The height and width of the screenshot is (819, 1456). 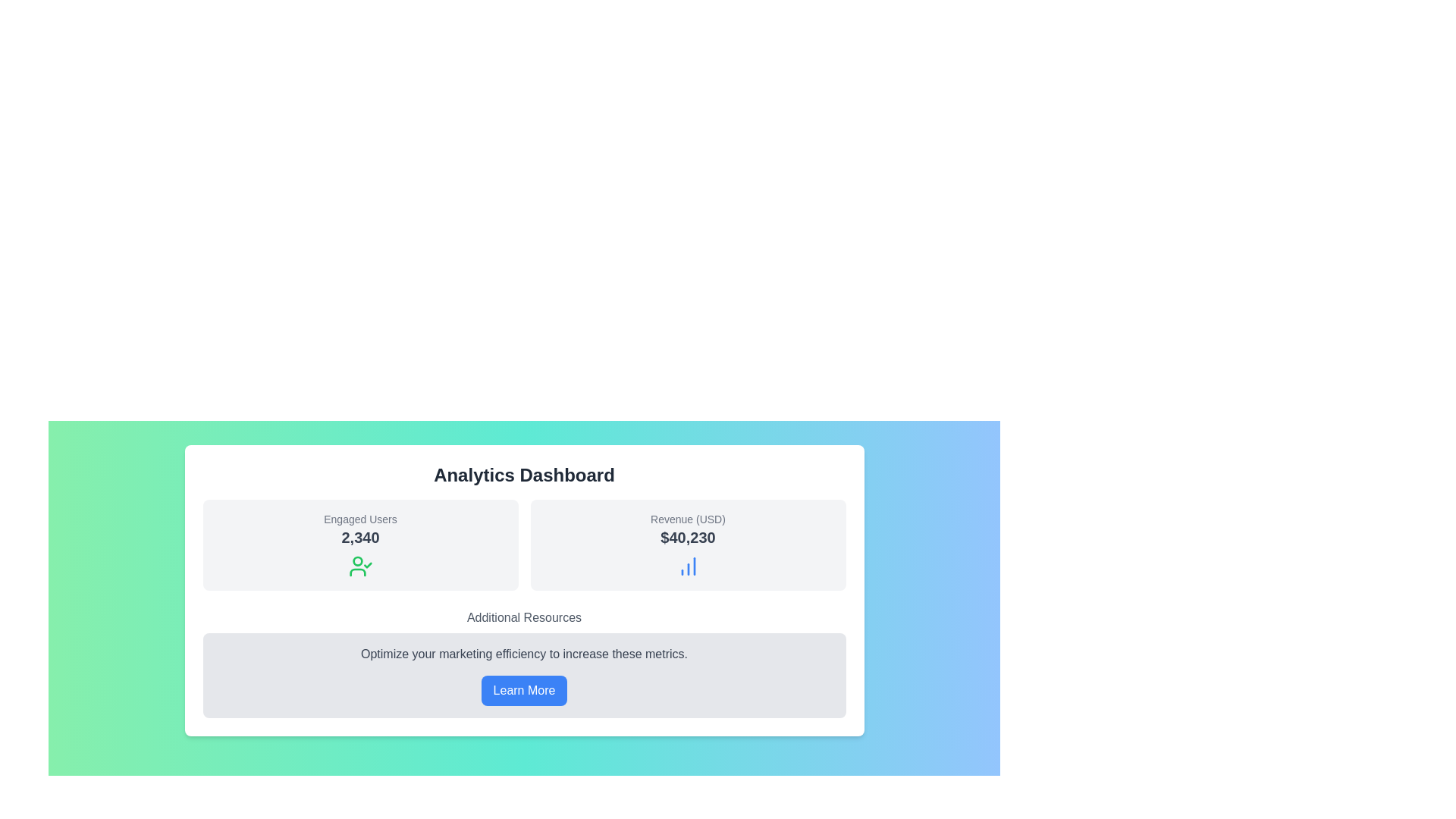 What do you see at coordinates (359, 519) in the screenshot?
I see `the label displaying 'Engaged Users' located in the upper part of the card component on the left side of the dashboard` at bounding box center [359, 519].